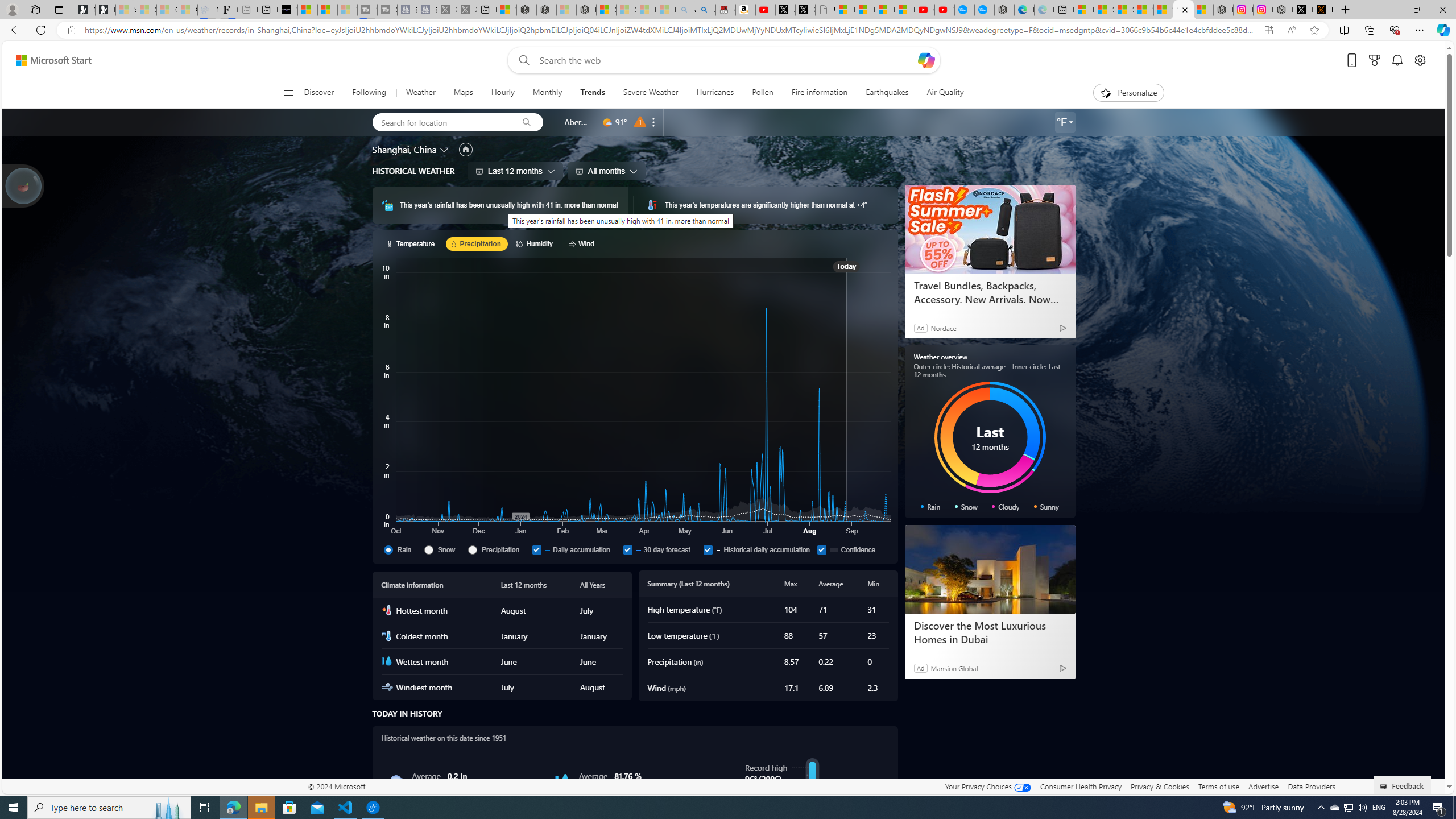 Image resolution: width=1456 pixels, height=819 pixels. I want to click on 'Temperature', so click(411, 243).